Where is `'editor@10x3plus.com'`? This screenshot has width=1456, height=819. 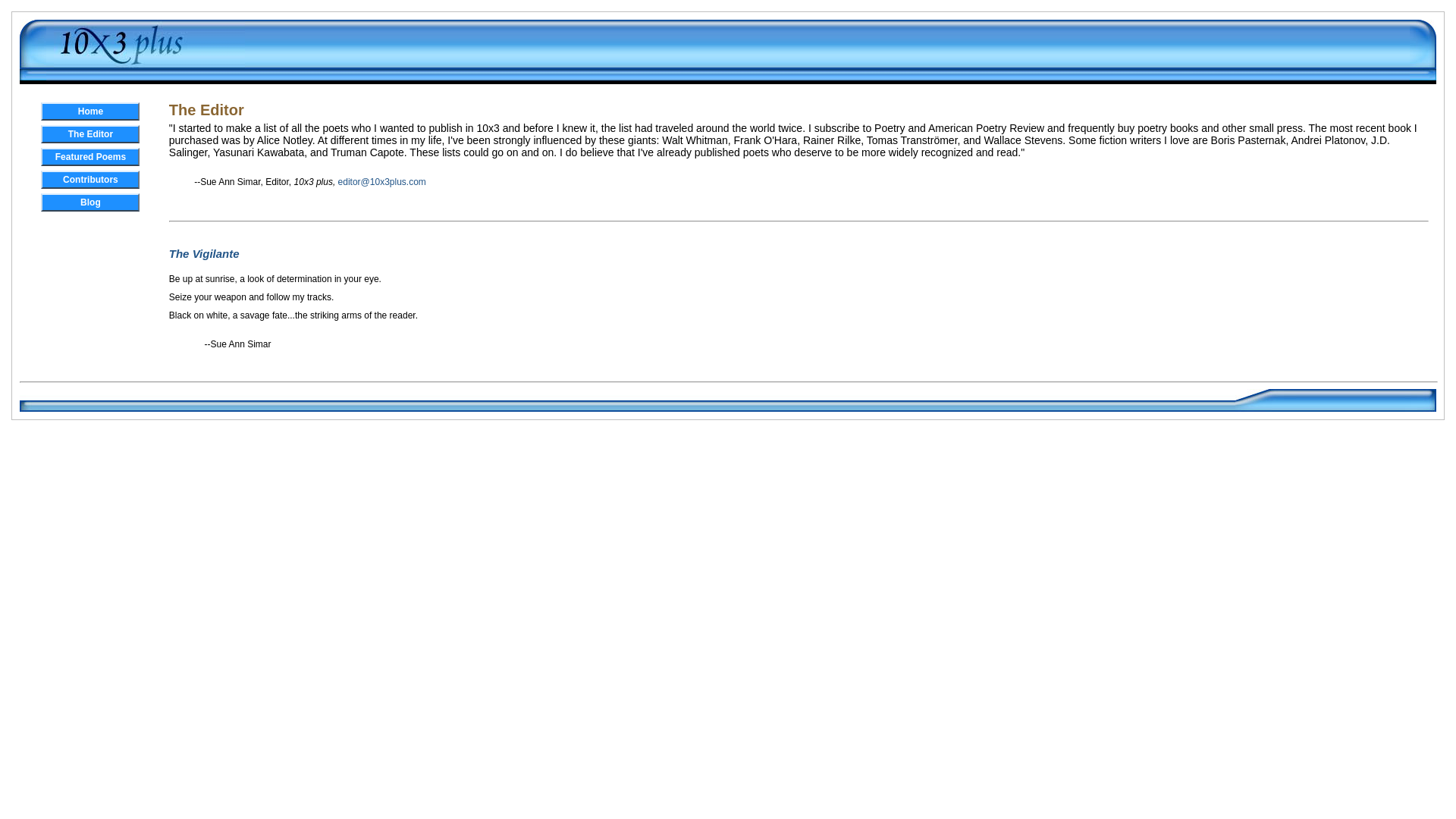 'editor@10x3plus.com' is located at coordinates (382, 180).